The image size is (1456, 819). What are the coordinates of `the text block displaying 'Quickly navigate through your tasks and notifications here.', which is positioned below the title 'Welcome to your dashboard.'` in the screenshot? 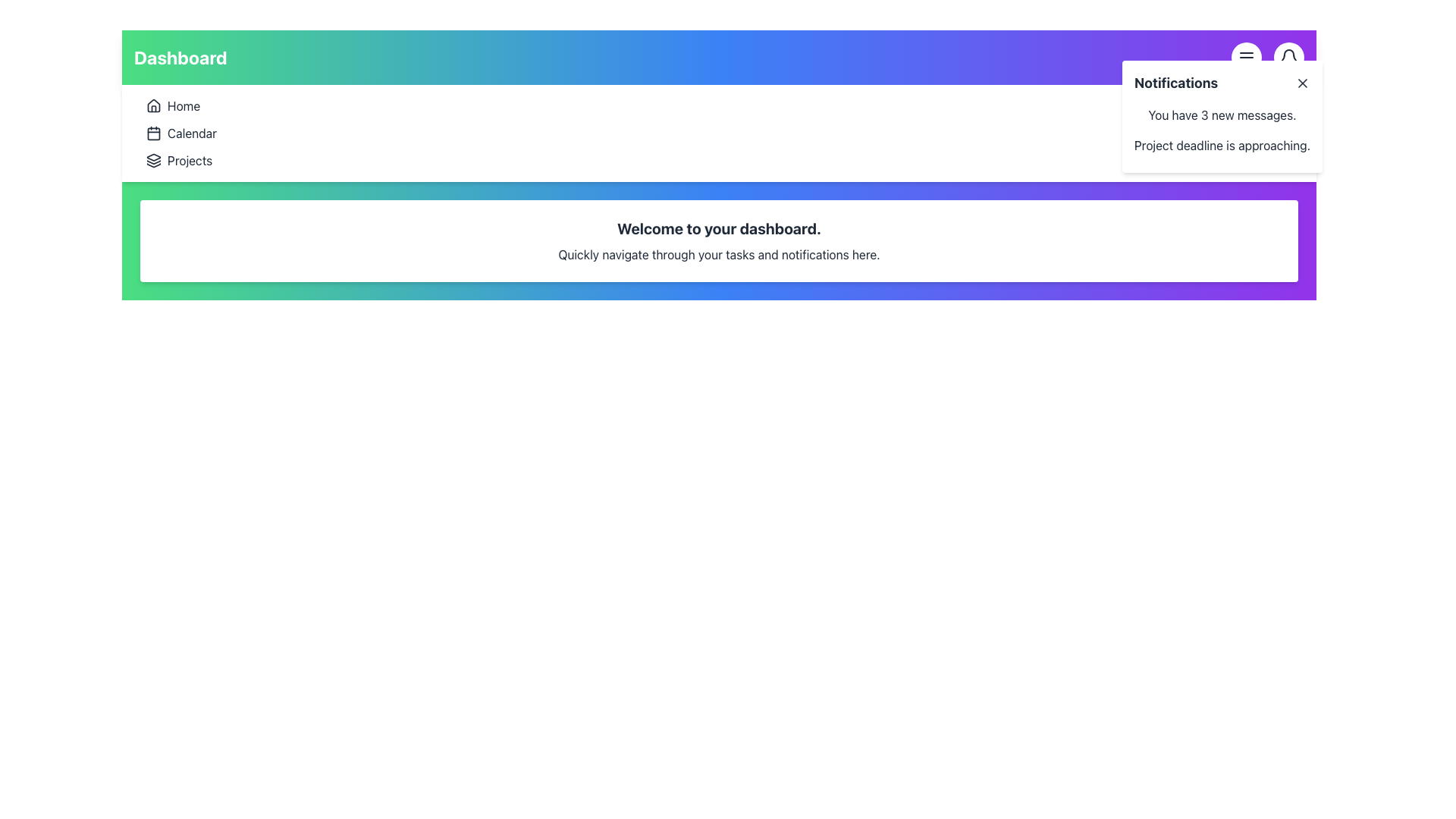 It's located at (718, 253).